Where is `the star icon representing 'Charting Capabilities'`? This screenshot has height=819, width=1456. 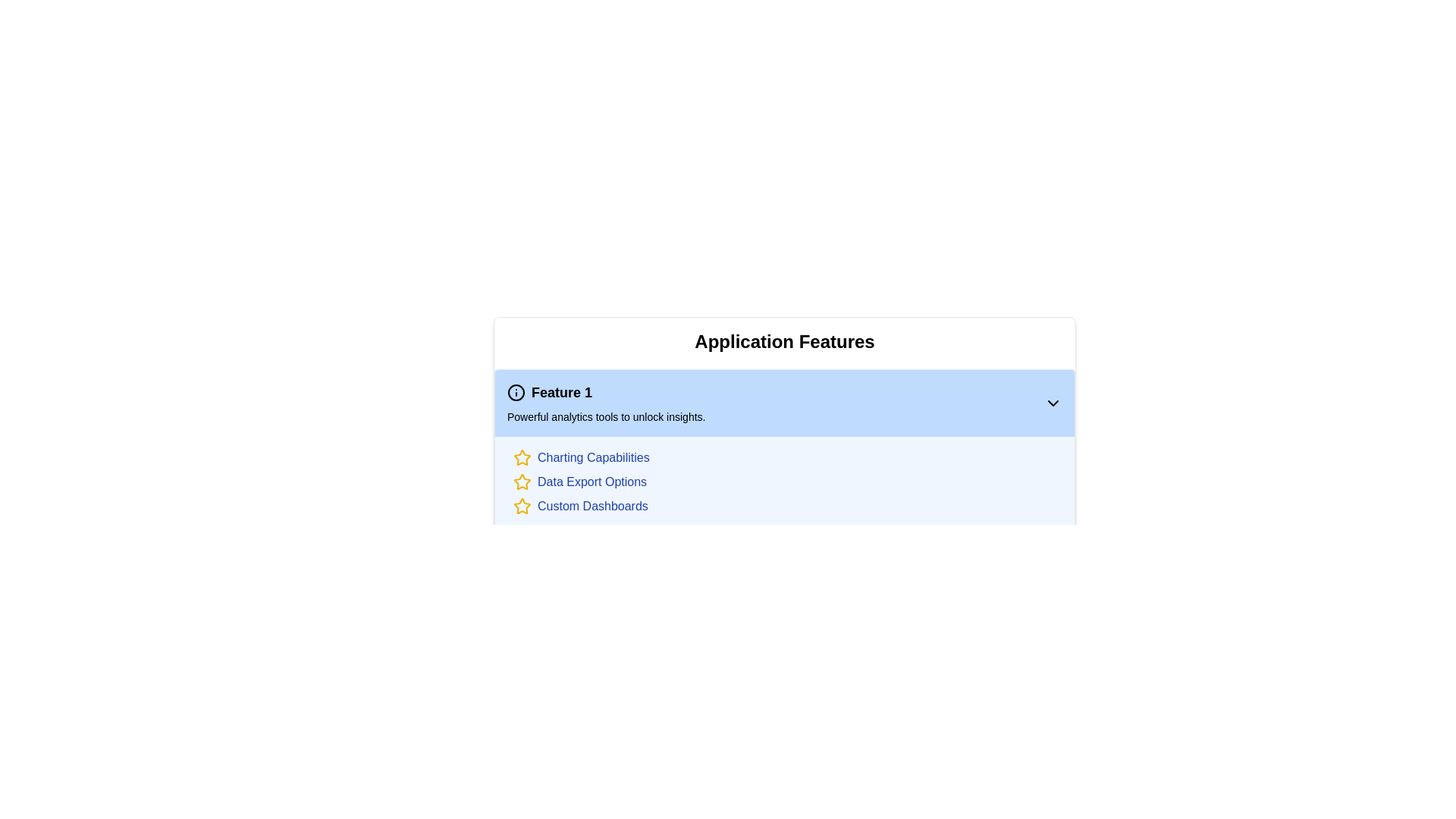
the star icon representing 'Charting Capabilities' is located at coordinates (522, 457).